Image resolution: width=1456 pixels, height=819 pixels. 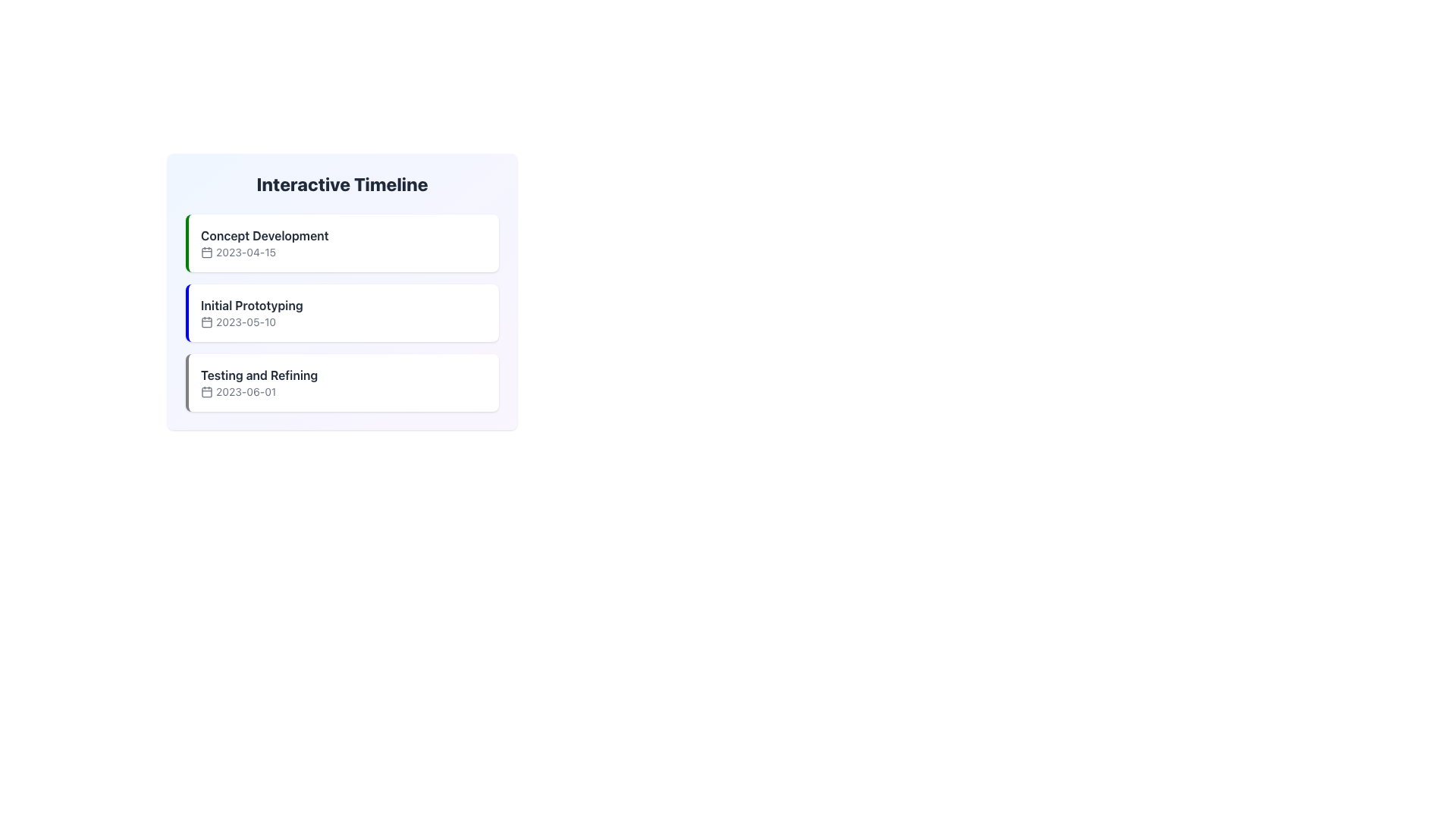 I want to click on the Text Display with Icon titled 'Concept Development' that shows the date '2023-04-15', located in the 'Interactive Timeline' panel, so click(x=265, y=242).